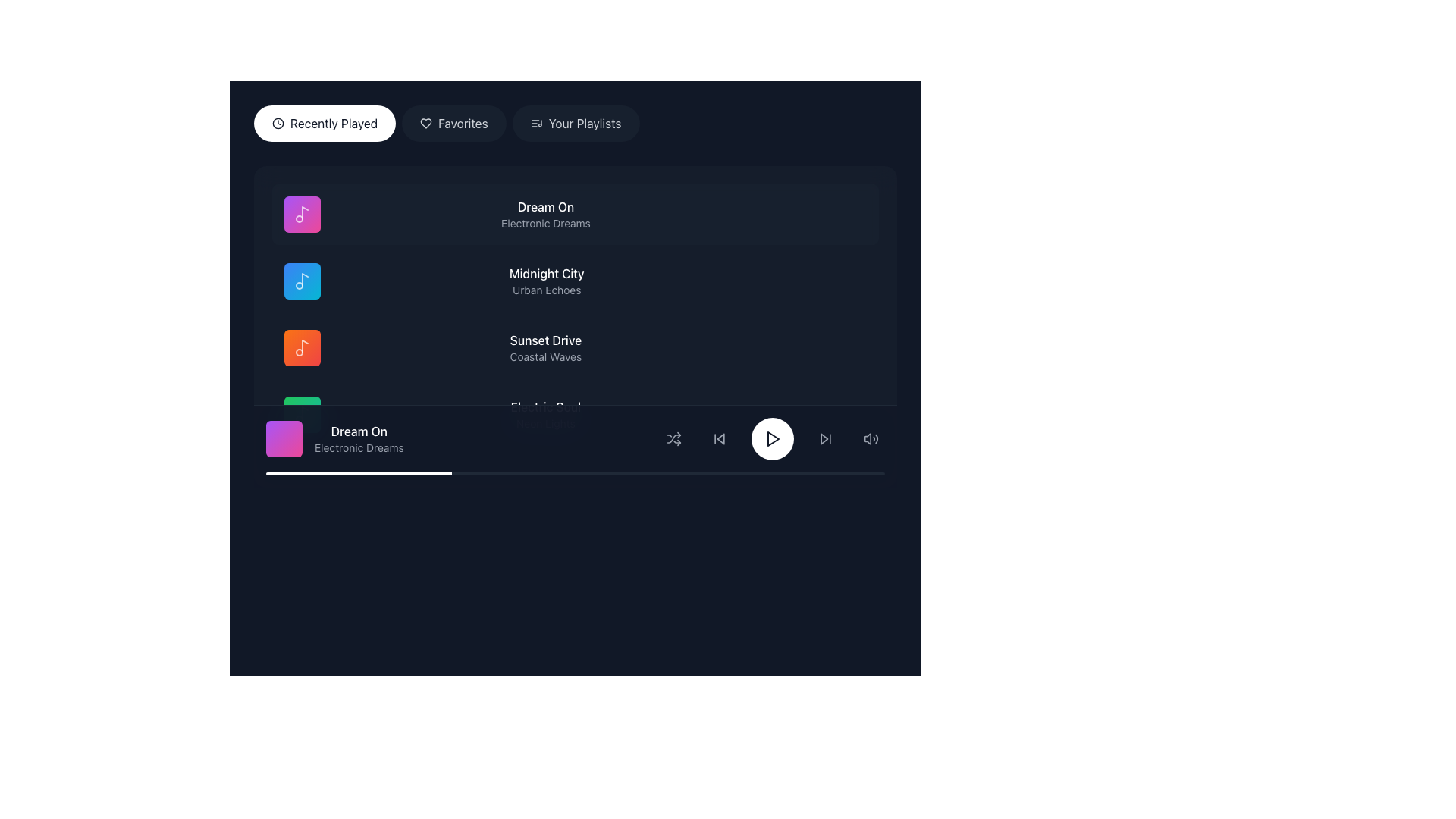 The height and width of the screenshot is (819, 1456). What do you see at coordinates (719, 438) in the screenshot?
I see `the rewind button located in the horizontal row of control buttons at the center bottom of the media player interface to skip to the previous track` at bounding box center [719, 438].